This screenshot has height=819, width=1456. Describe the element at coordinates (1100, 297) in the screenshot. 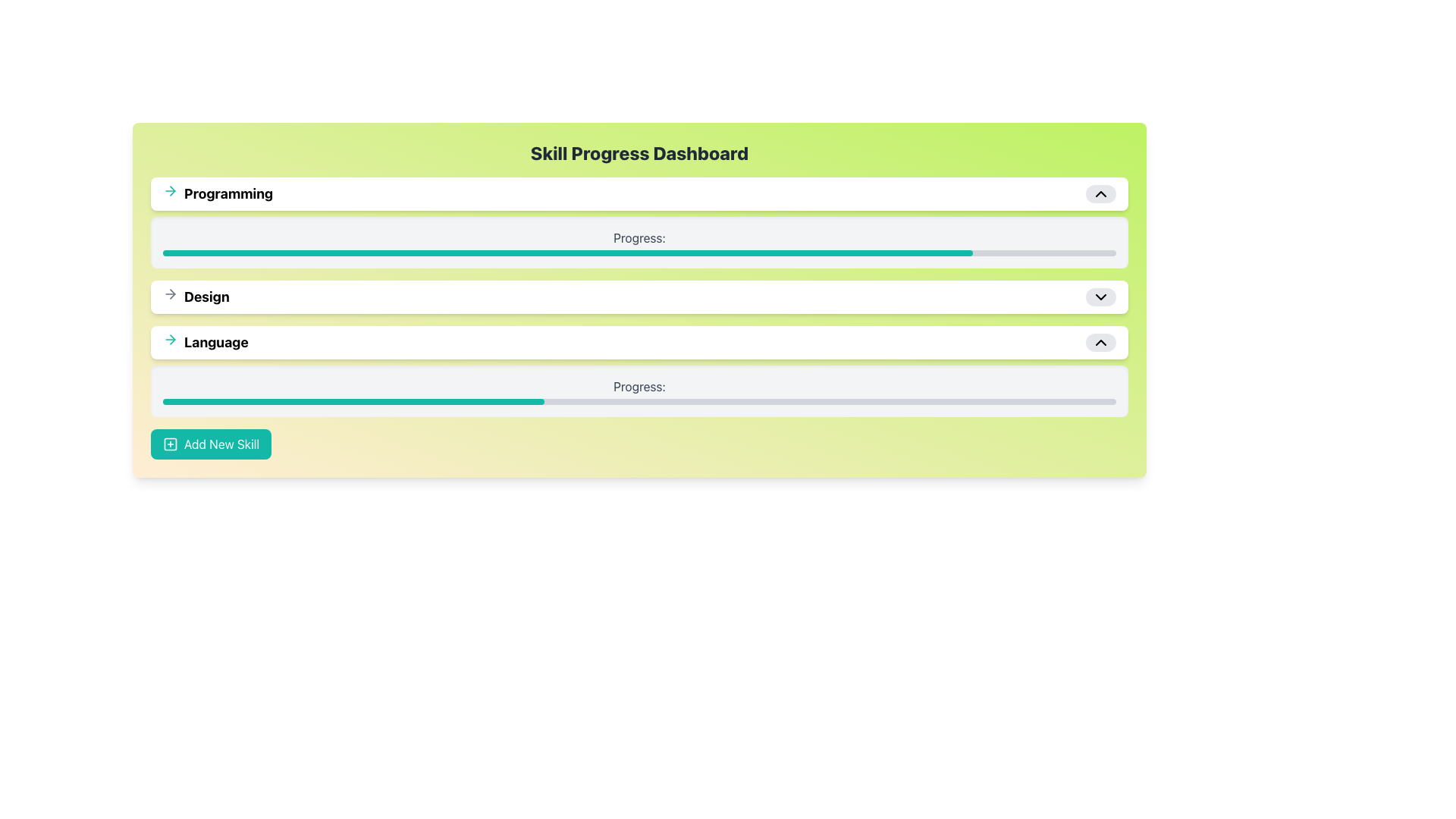

I see `the downward pointing chevron icon with a black outline located within the light gray button in the 'Design' section of the Skill Progress Dashboard` at that location.